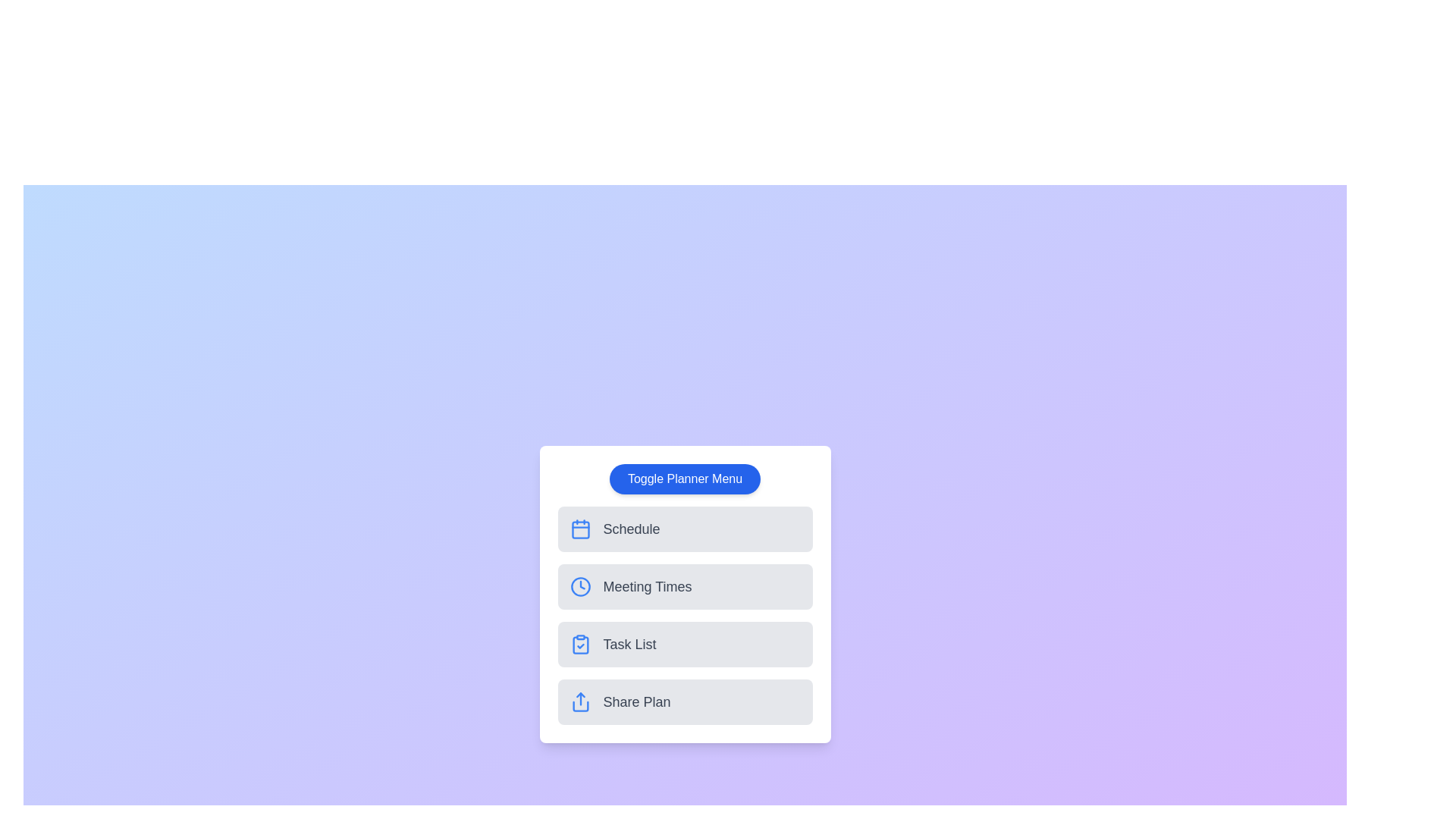  What do you see at coordinates (579, 644) in the screenshot?
I see `the icon corresponding to Task List in the planner menu` at bounding box center [579, 644].